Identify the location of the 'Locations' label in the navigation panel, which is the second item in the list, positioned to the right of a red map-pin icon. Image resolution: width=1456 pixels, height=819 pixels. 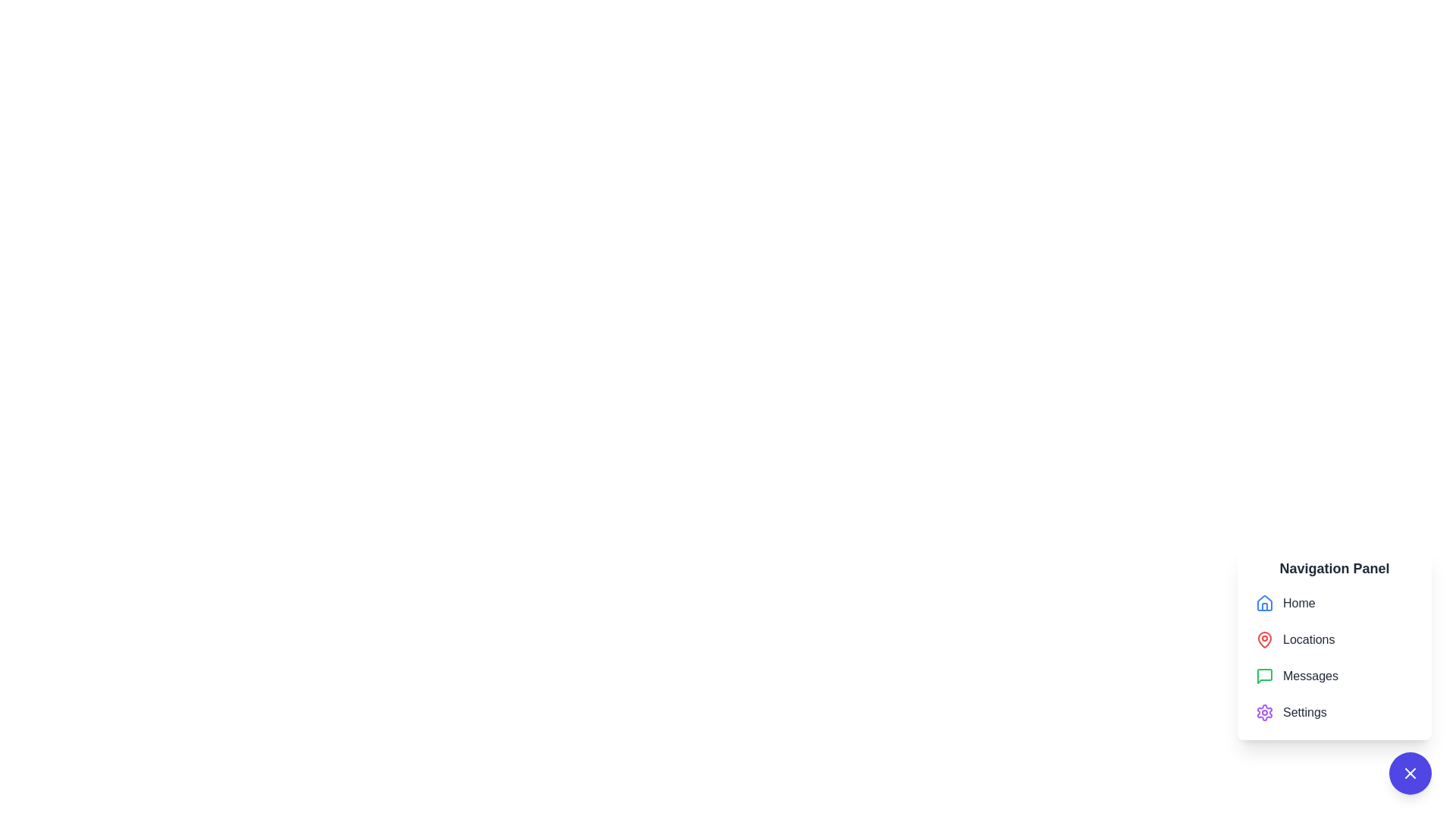
(1308, 640).